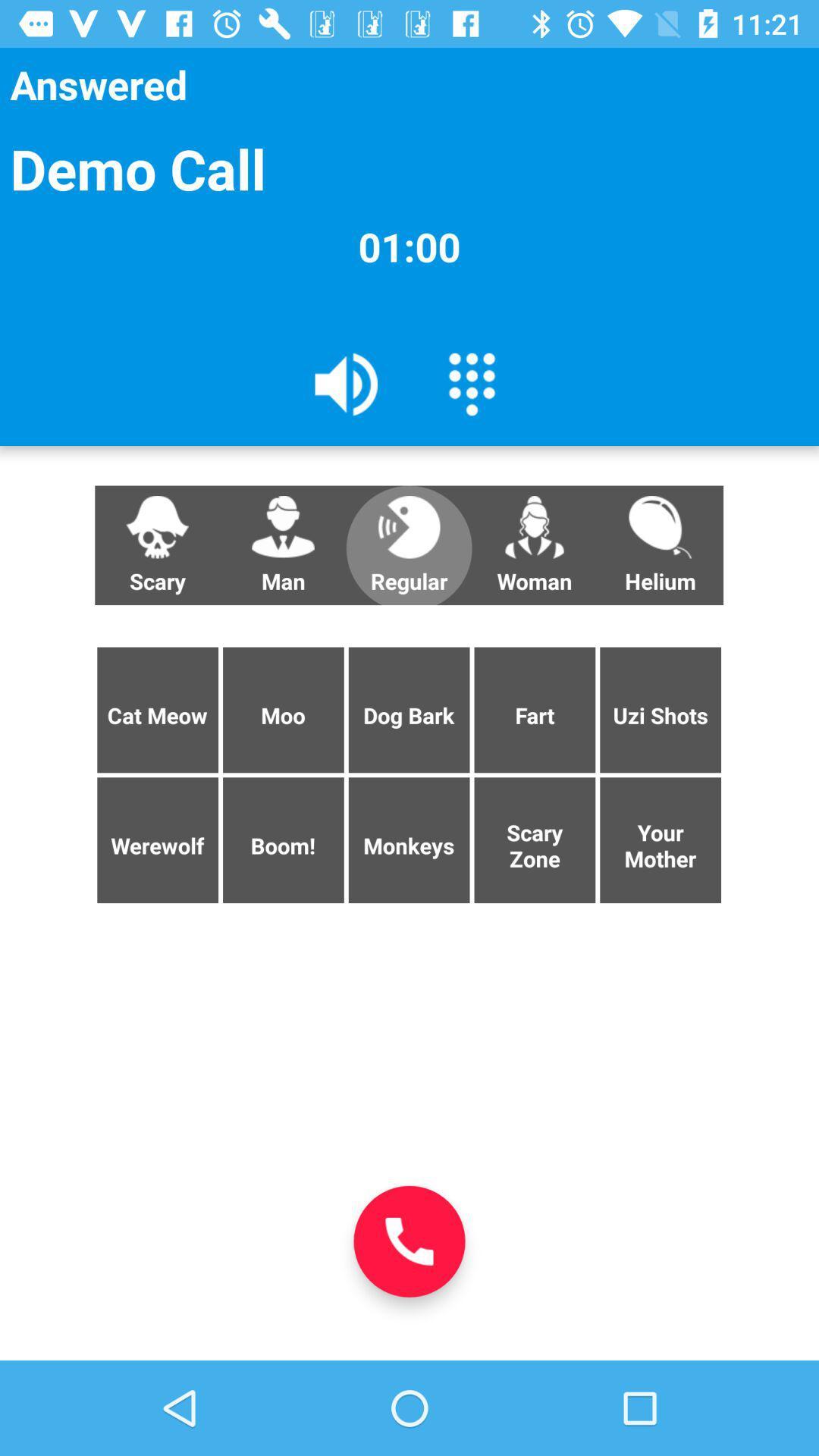 This screenshot has height=1456, width=819. I want to click on the item below the 01:00 icon, so click(347, 383).